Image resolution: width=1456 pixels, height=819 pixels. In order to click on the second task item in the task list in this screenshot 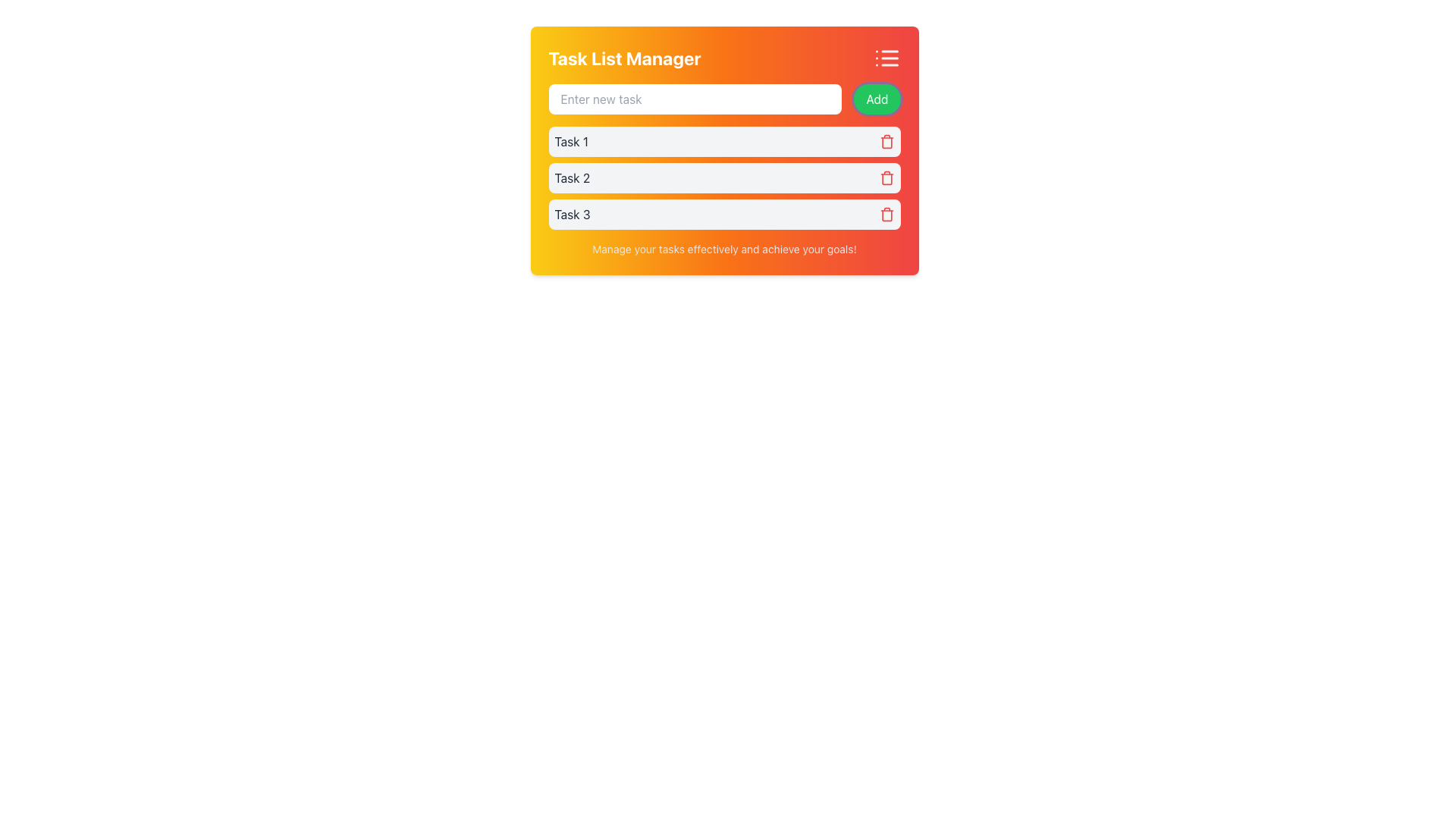, I will do `click(723, 177)`.